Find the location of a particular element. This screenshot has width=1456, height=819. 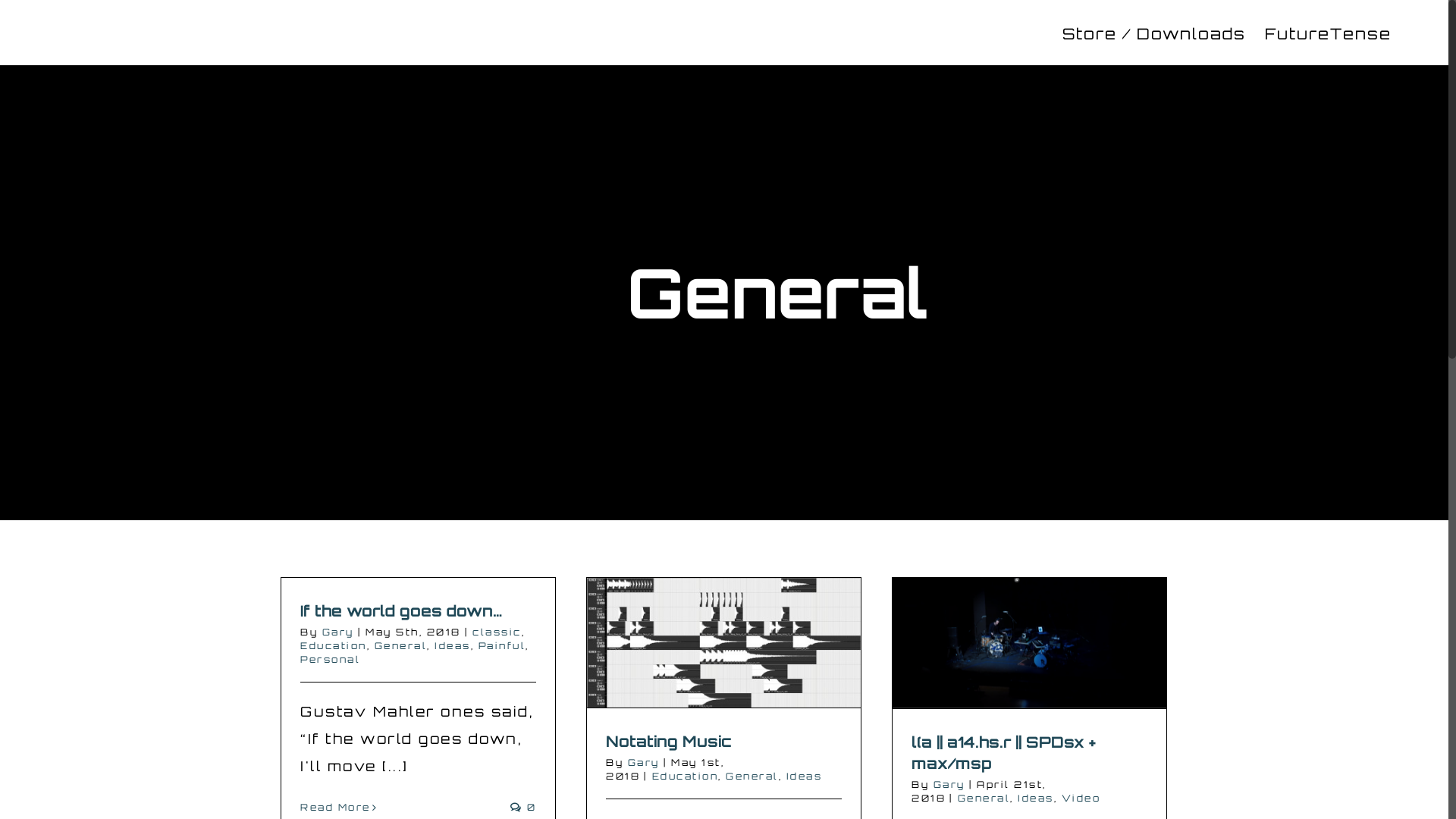

'Read More' is located at coordinates (334, 806).